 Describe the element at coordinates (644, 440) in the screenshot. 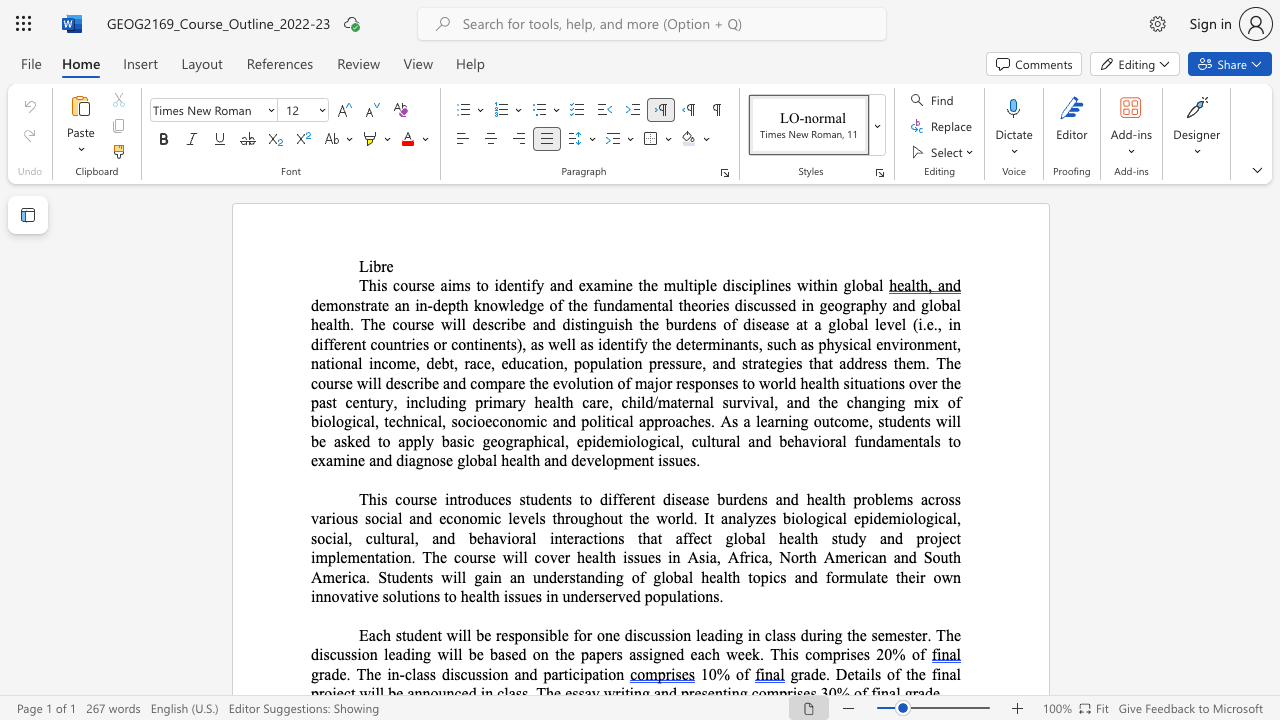

I see `the 6th character "o" in the text` at that location.